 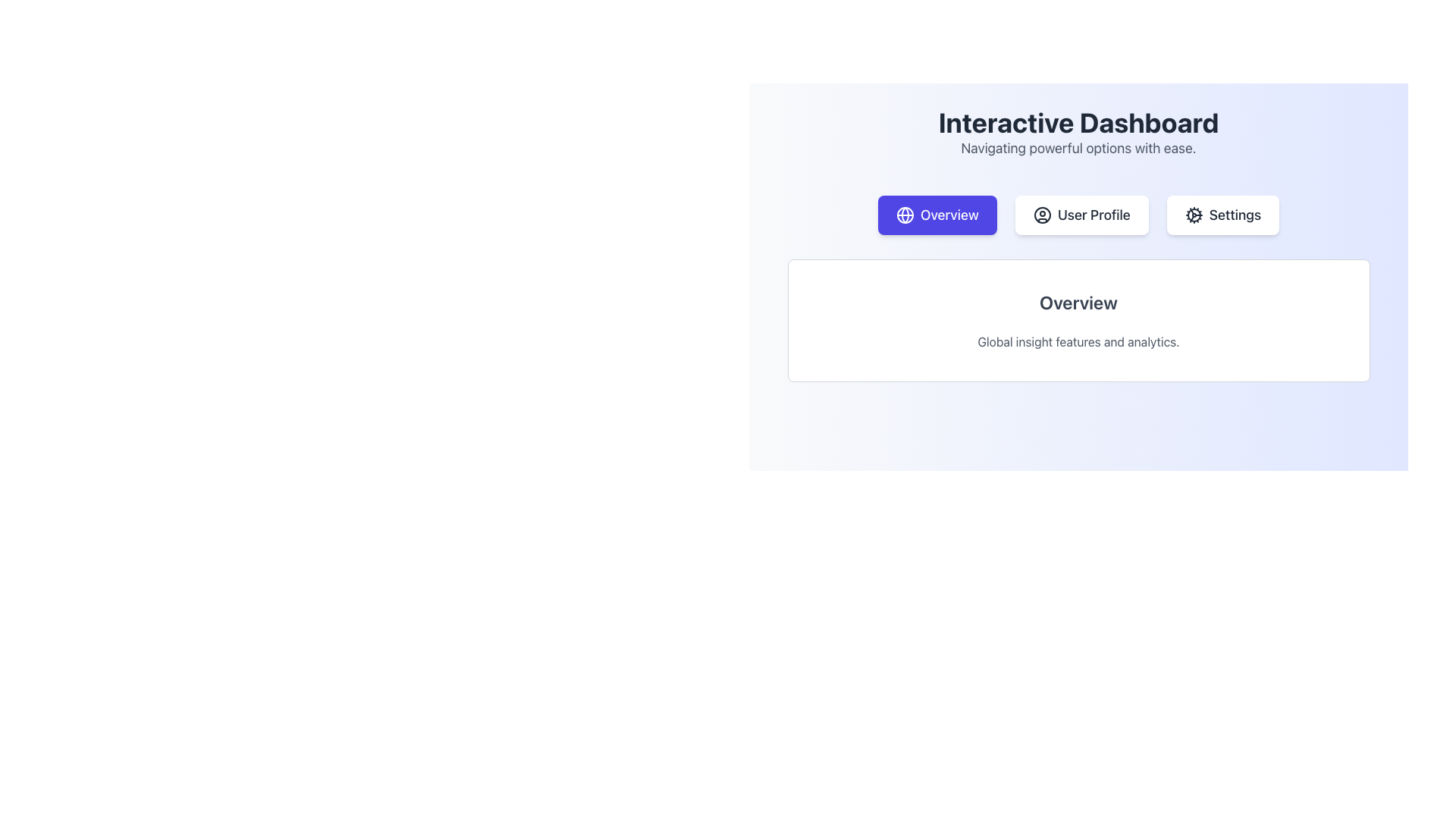 I want to click on the 'User Profile' text label within the button-like structure, so click(x=1094, y=215).